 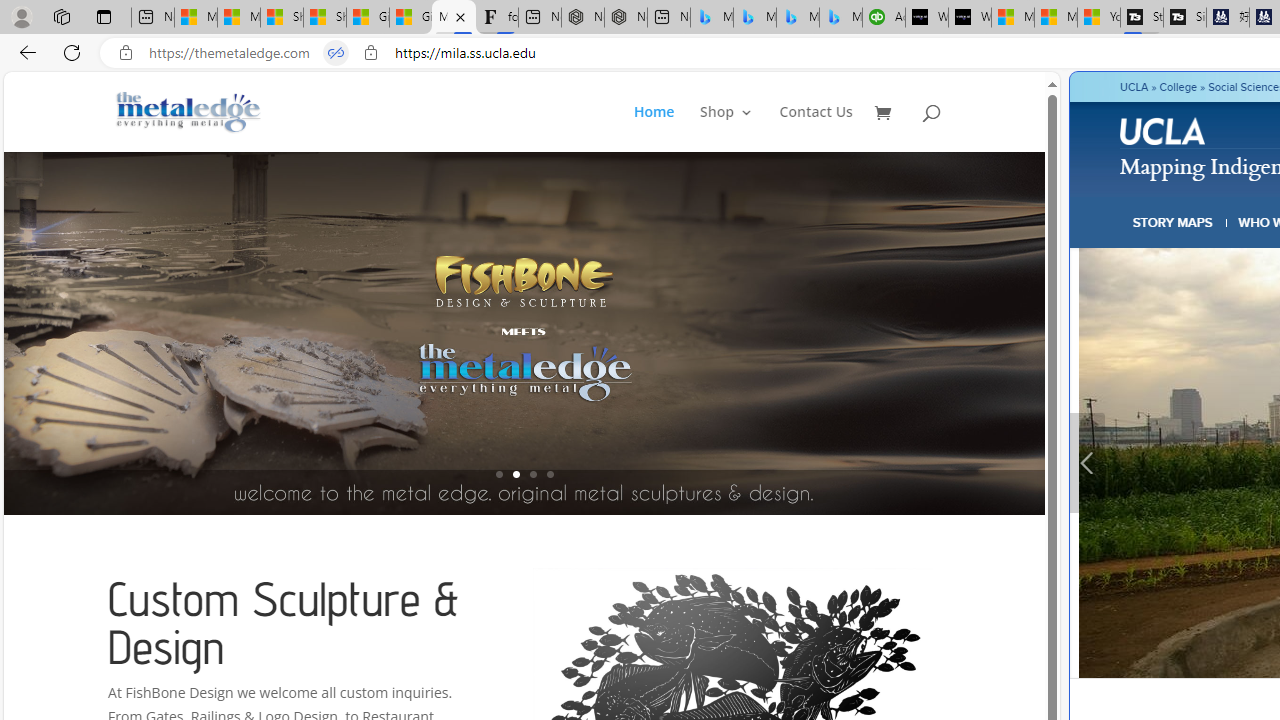 What do you see at coordinates (654, 128) in the screenshot?
I see `'Home'` at bounding box center [654, 128].